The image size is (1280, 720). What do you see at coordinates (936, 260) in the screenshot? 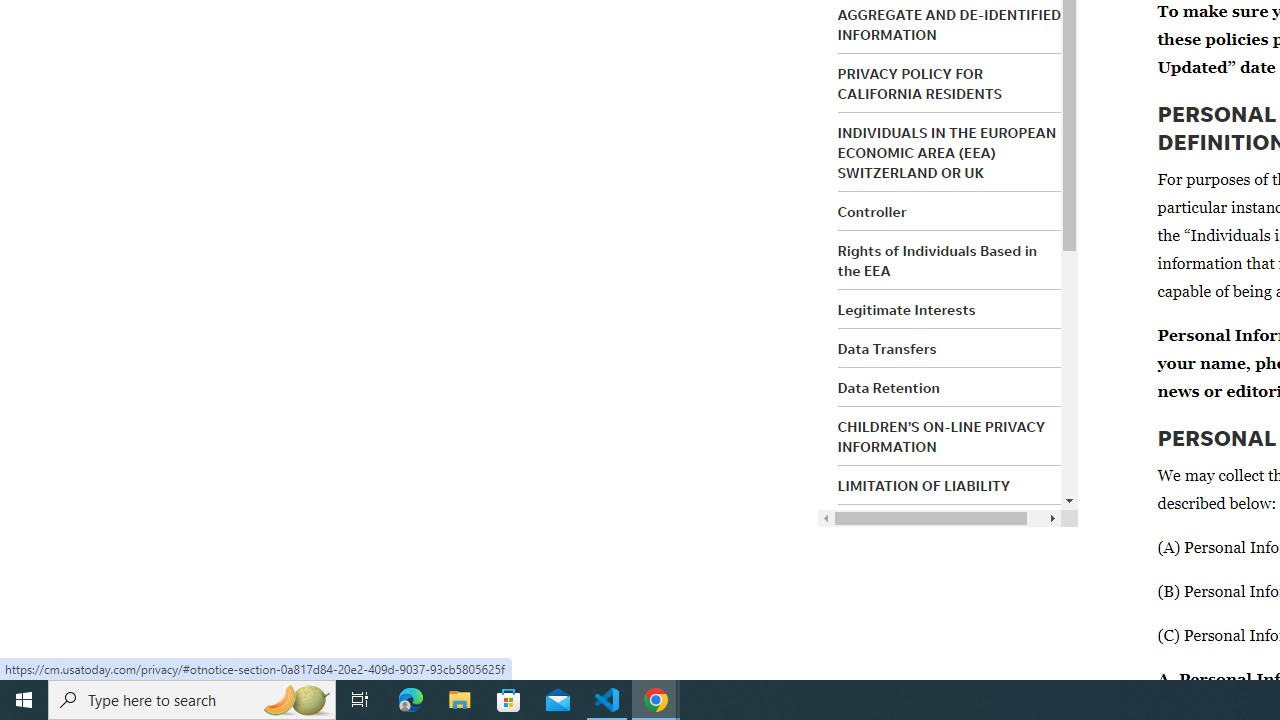
I see `'Rights of Individuals Based in the EEA'` at bounding box center [936, 260].